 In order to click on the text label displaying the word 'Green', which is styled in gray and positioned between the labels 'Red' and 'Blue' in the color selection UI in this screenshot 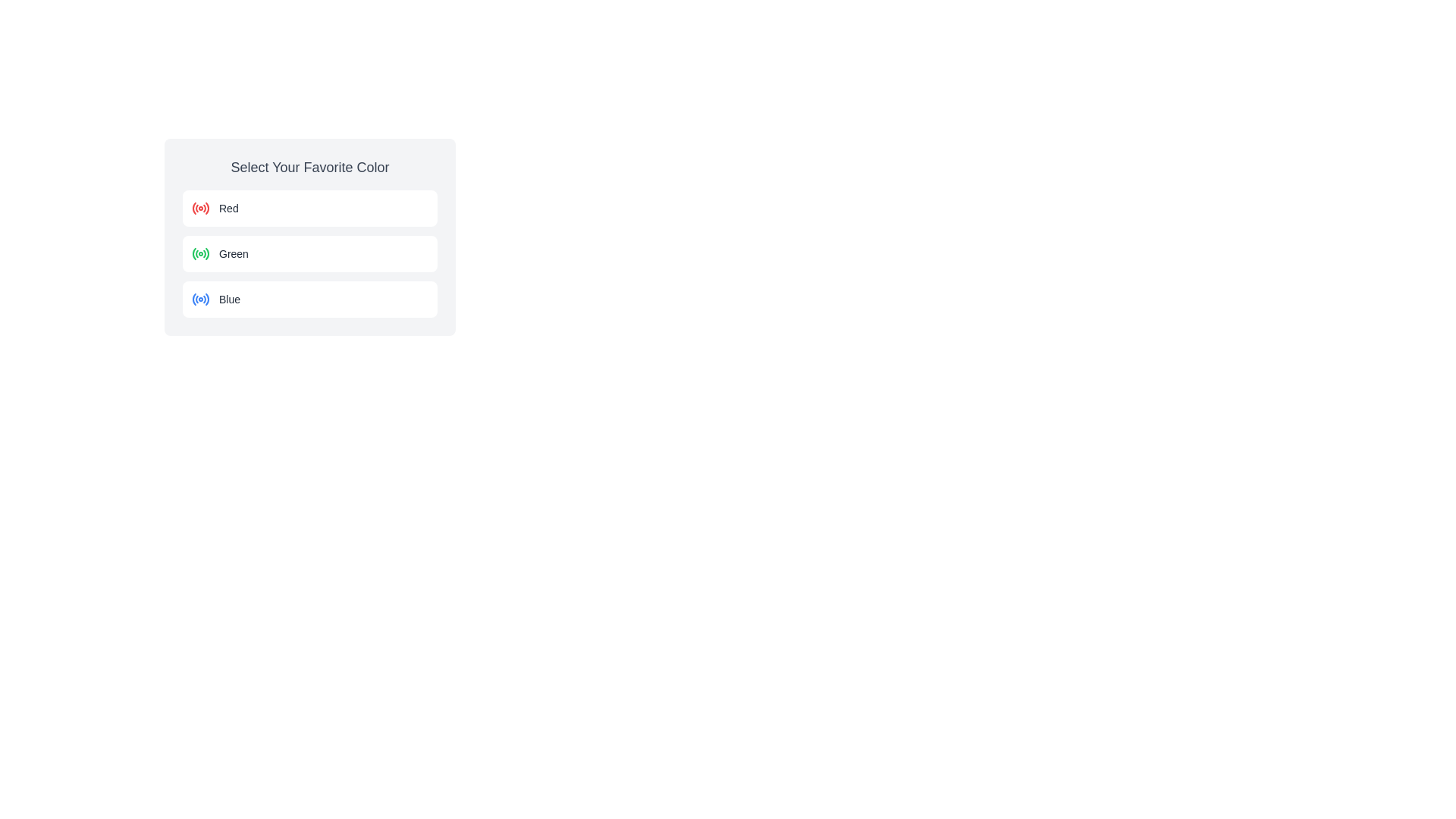, I will do `click(233, 253)`.